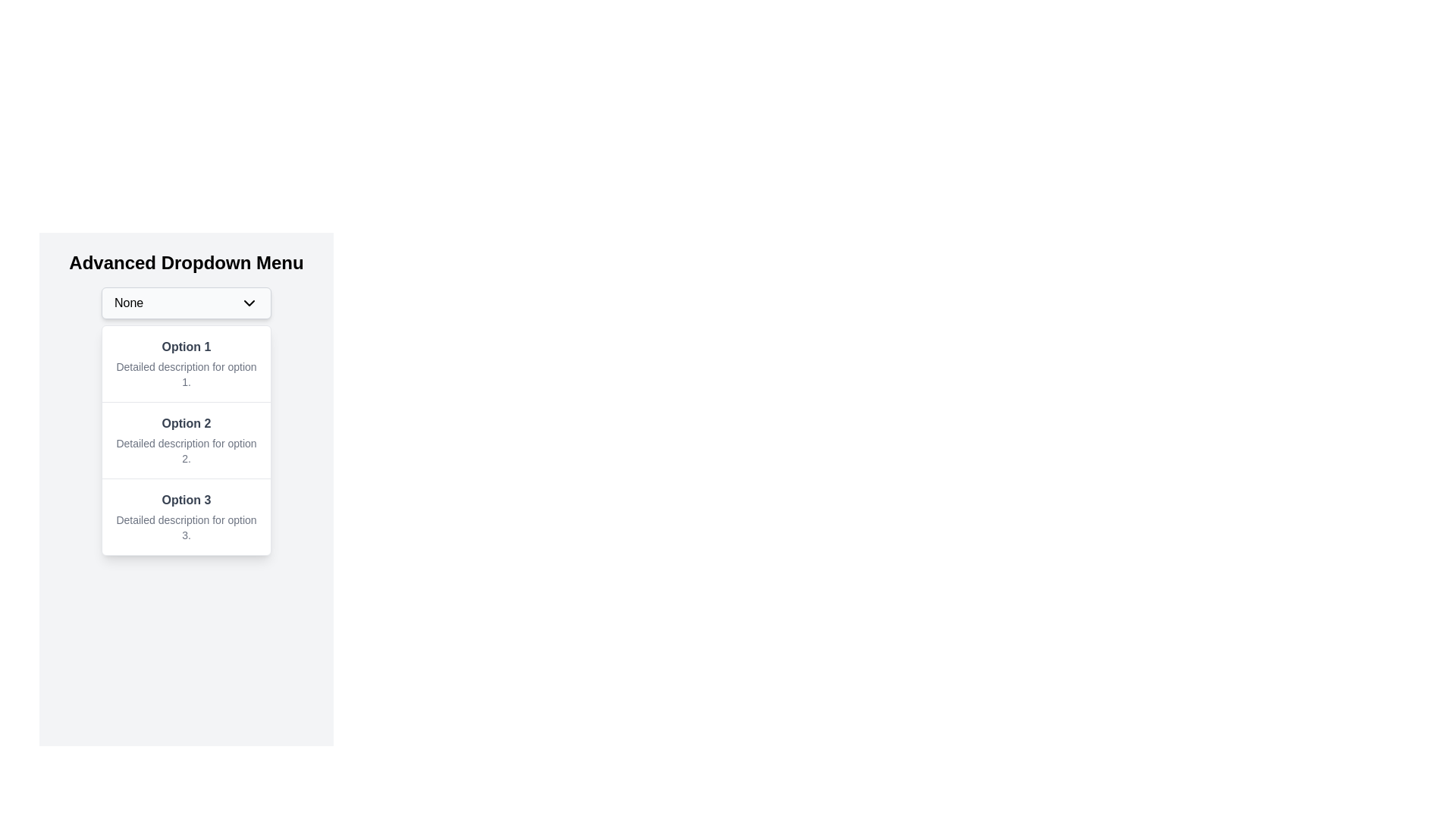 This screenshot has height=819, width=1456. What do you see at coordinates (185, 526) in the screenshot?
I see `the descriptive label that provides an explanation for 'Option 3' in the dropdown menu, located directly below the bold text 'Option 3'` at bounding box center [185, 526].